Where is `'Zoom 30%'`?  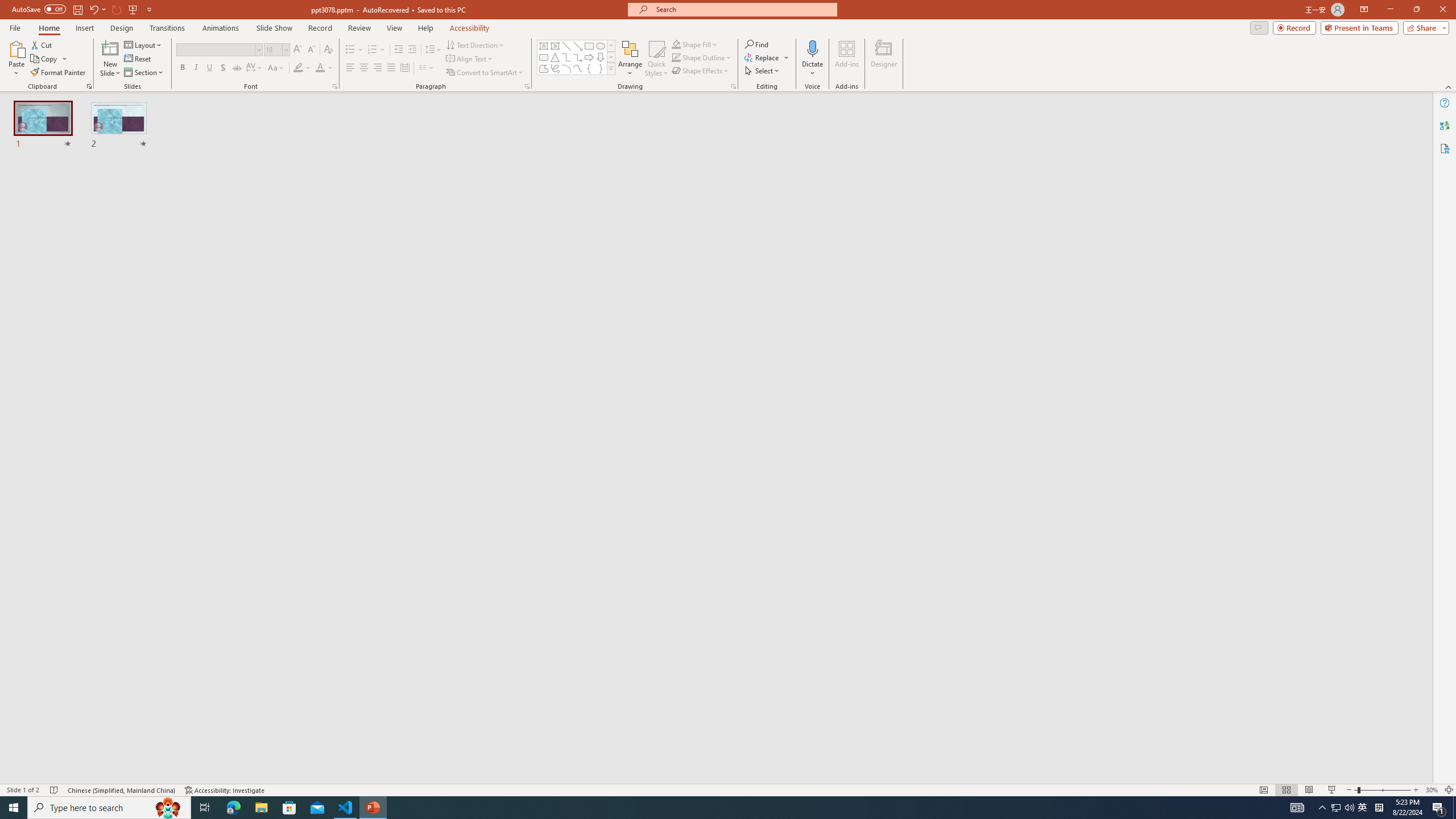 'Zoom 30%' is located at coordinates (1431, 790).